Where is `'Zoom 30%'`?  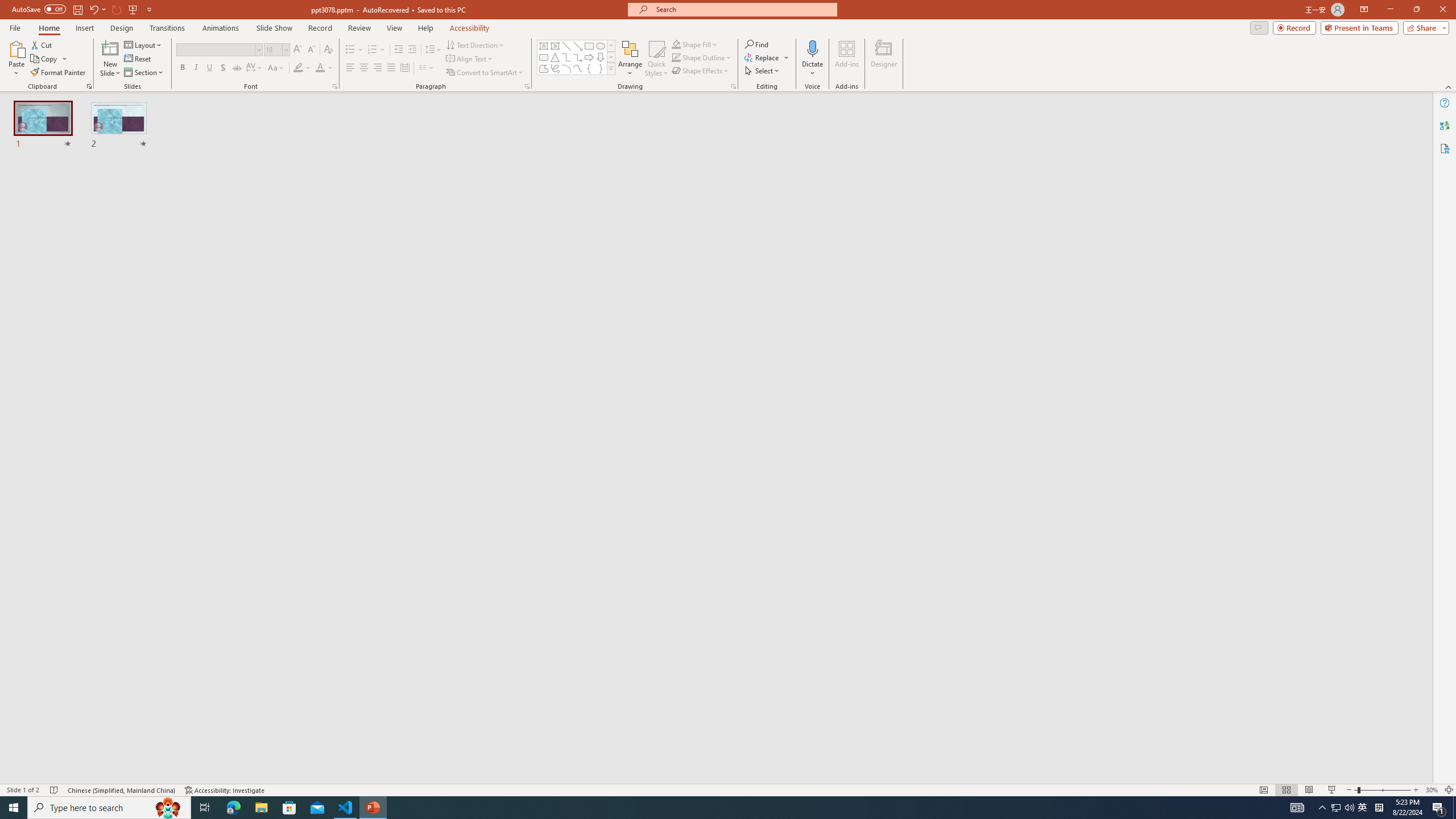 'Zoom 30%' is located at coordinates (1431, 790).